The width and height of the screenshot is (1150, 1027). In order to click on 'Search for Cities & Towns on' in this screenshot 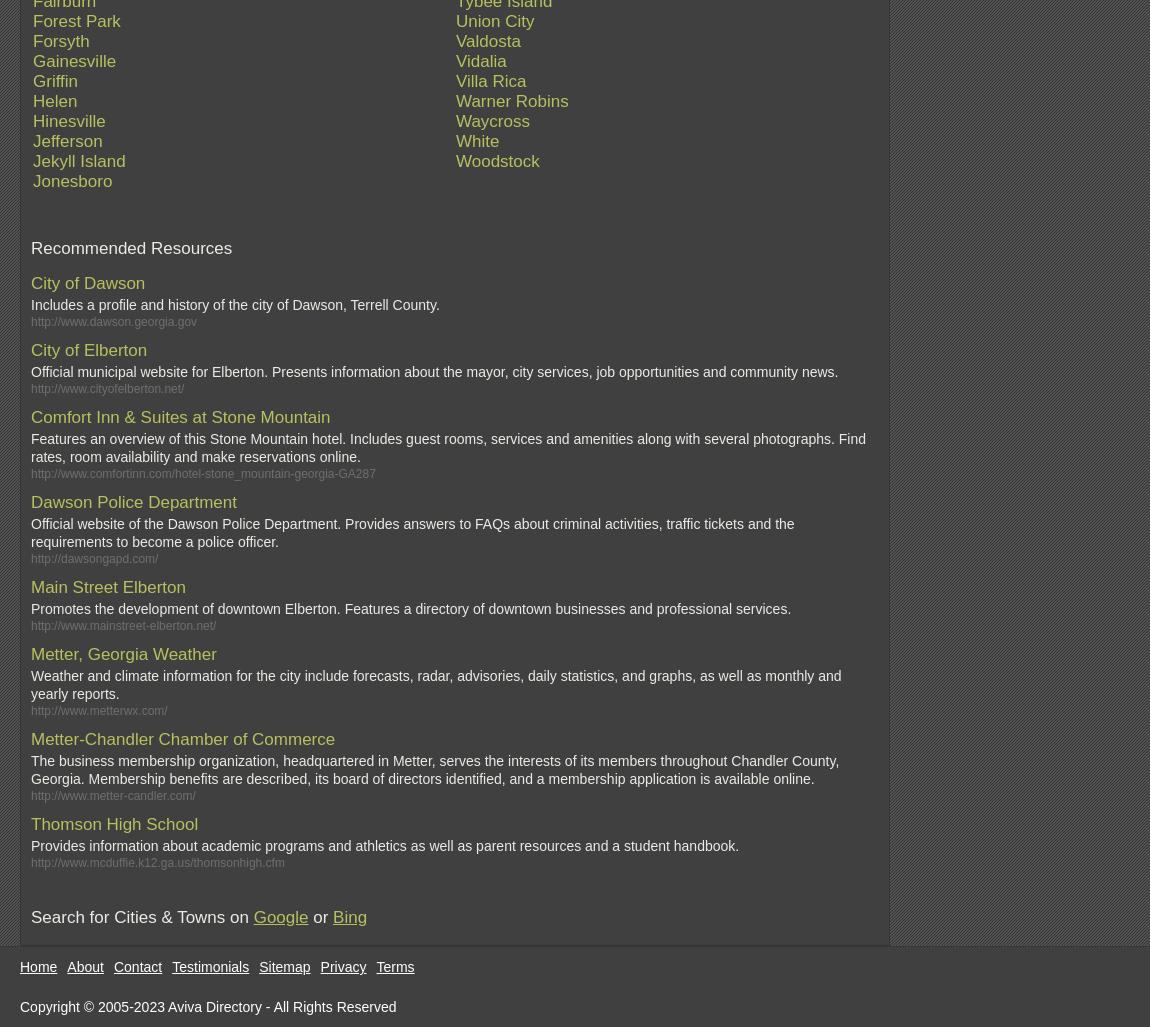, I will do `click(30, 917)`.